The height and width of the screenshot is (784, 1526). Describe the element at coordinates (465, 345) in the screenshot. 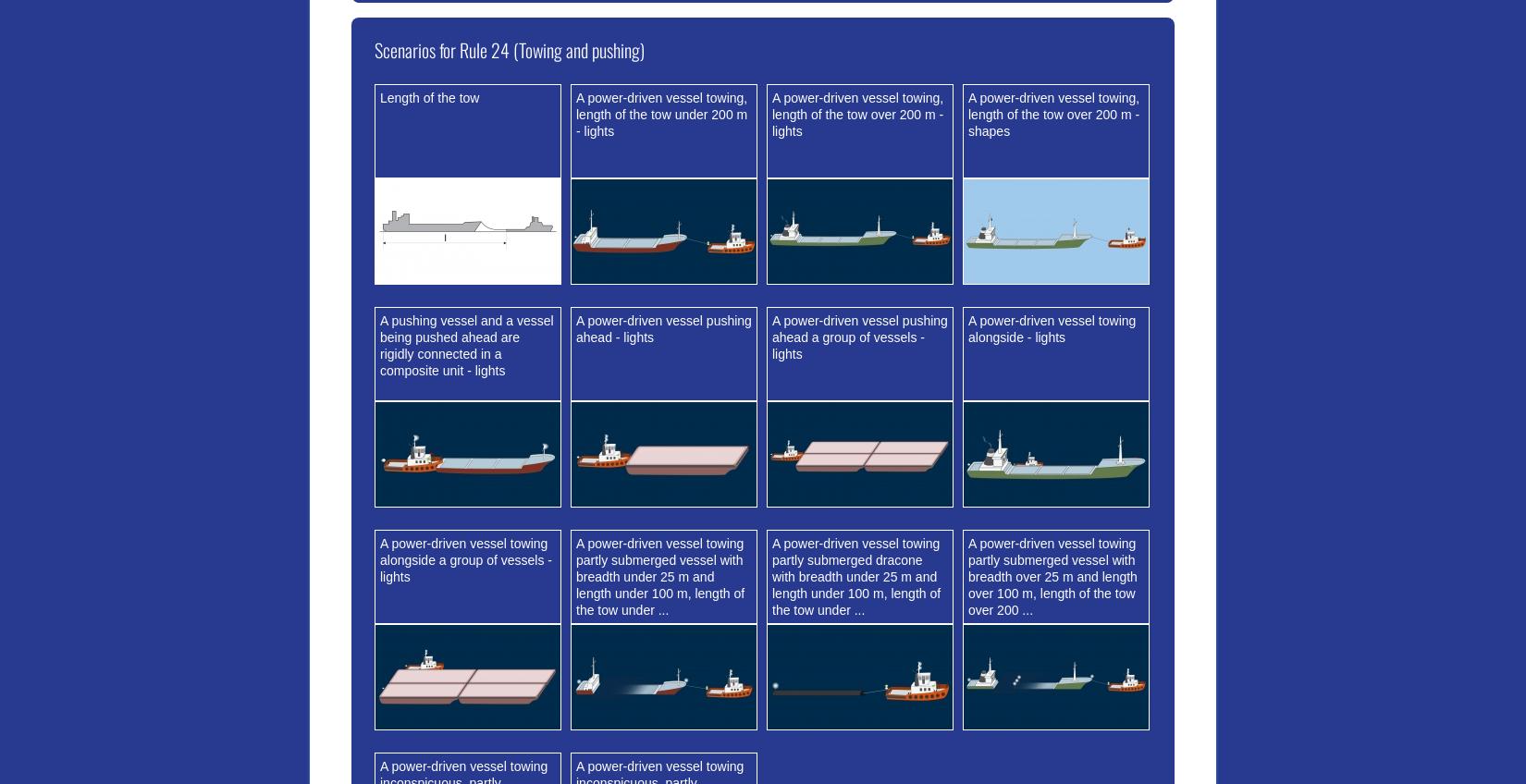

I see `'A pushing vessel and a vessel being pushed ahead are rigidly connected in a composite unit - lights'` at that location.